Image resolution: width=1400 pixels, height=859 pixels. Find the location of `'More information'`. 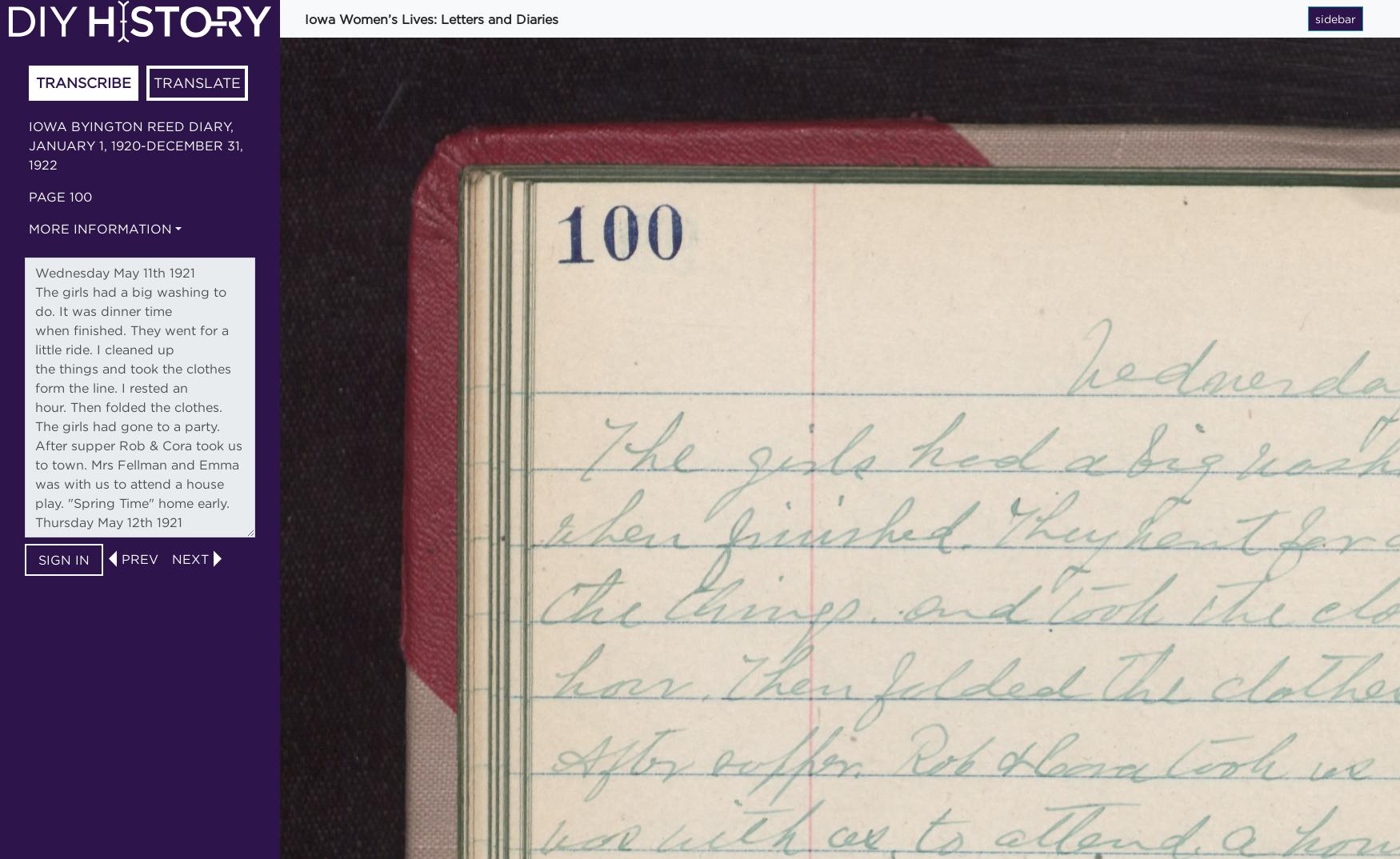

'More information' is located at coordinates (28, 228).